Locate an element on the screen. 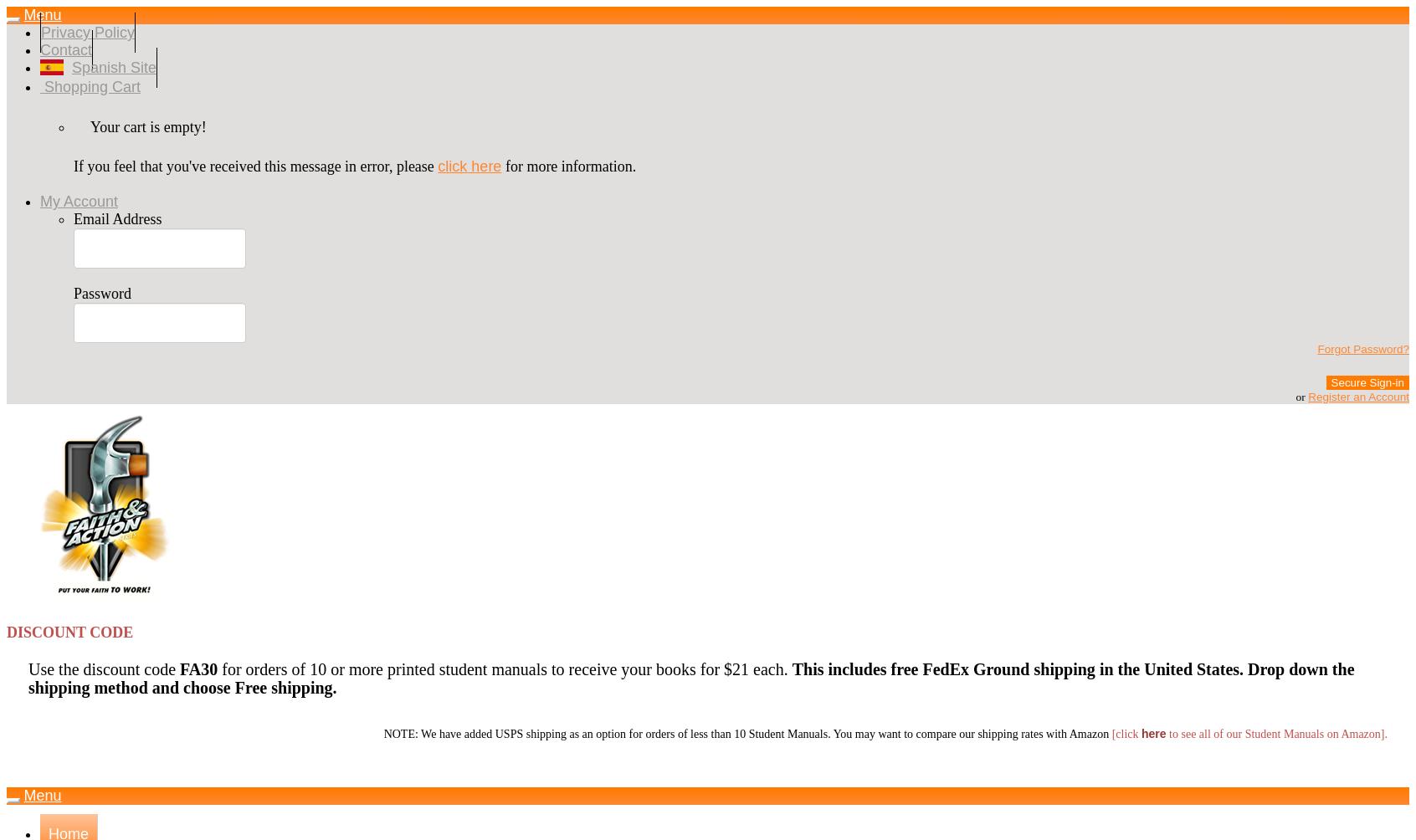 This screenshot has width=1416, height=840. 'If you feel that you've received this message in error, please' is located at coordinates (254, 165).